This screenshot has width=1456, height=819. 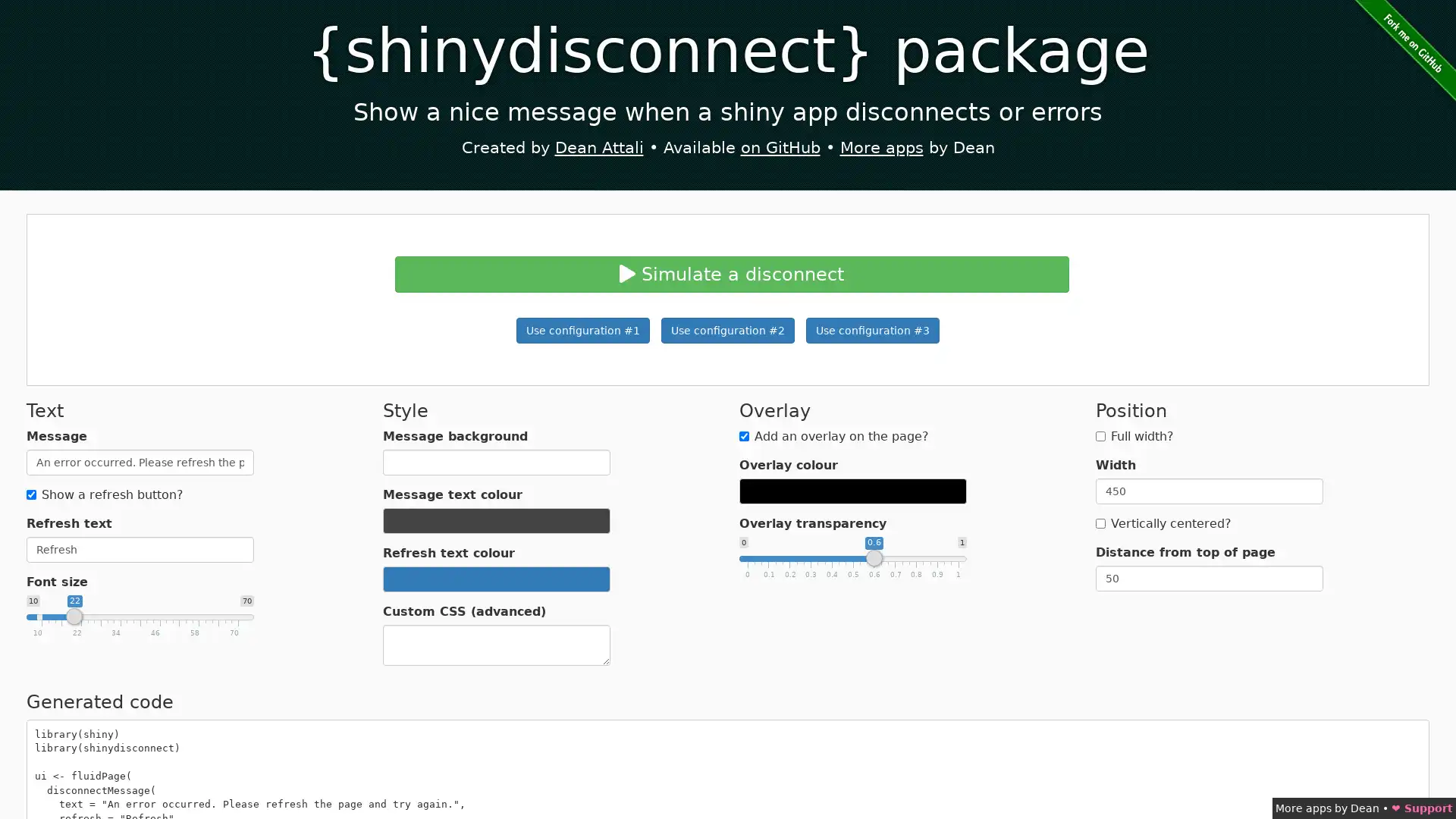 I want to click on Use configuration #3, so click(x=873, y=329).